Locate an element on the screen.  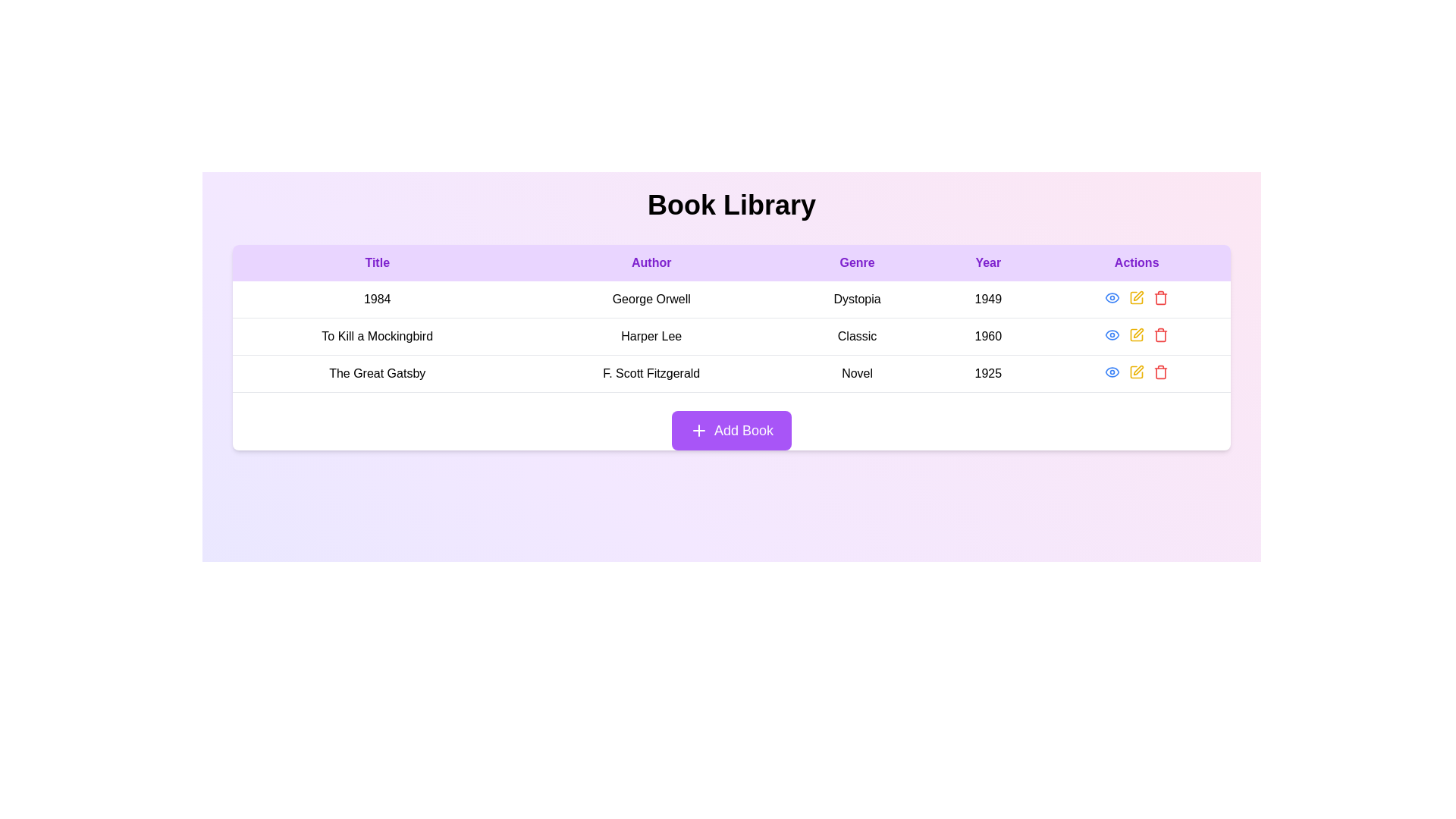
the blue eye icon button located in the first row of the 'Actions' column in the table is located at coordinates (1112, 298).